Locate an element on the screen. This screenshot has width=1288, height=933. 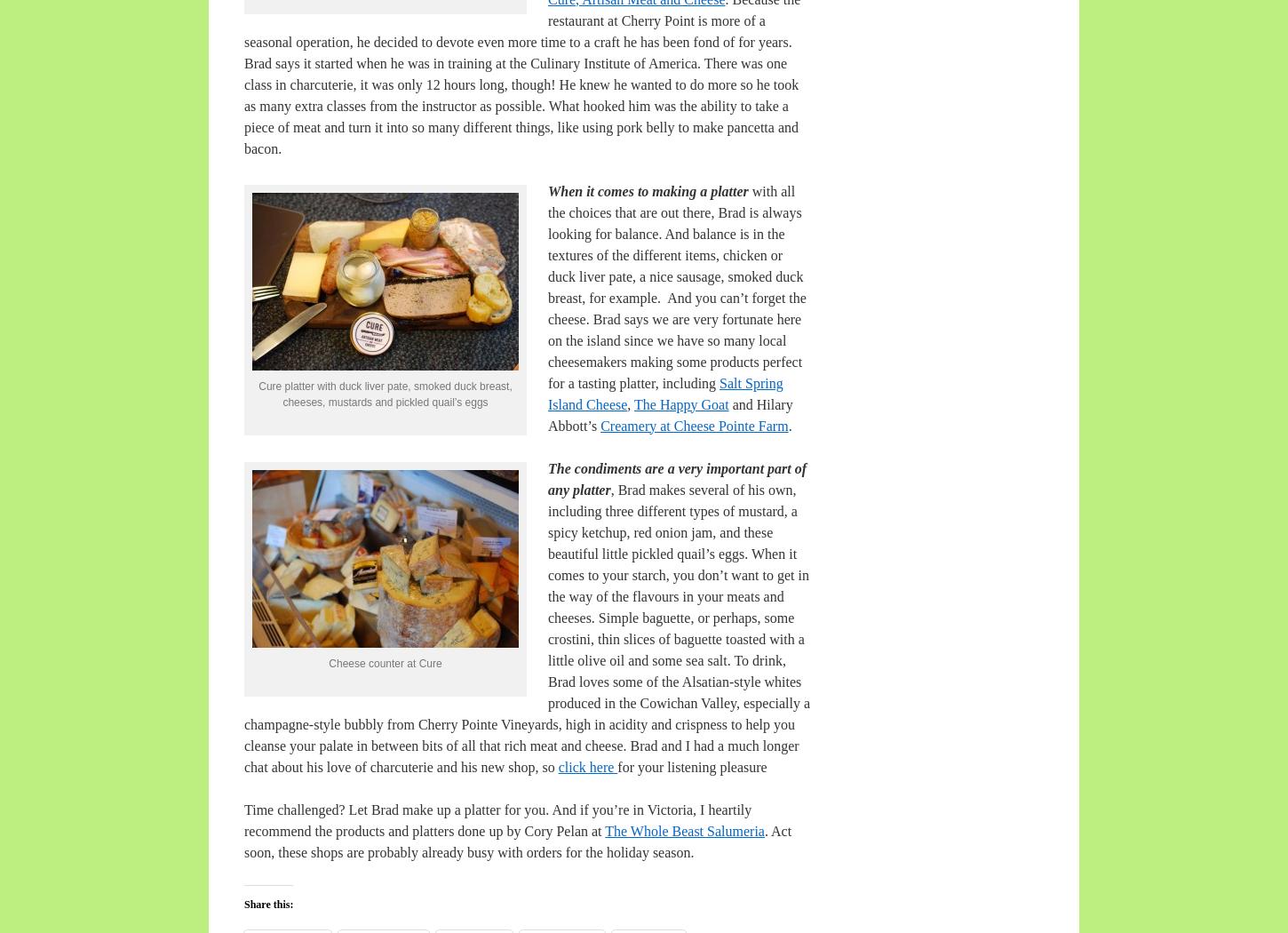
'.' is located at coordinates (786, 425).